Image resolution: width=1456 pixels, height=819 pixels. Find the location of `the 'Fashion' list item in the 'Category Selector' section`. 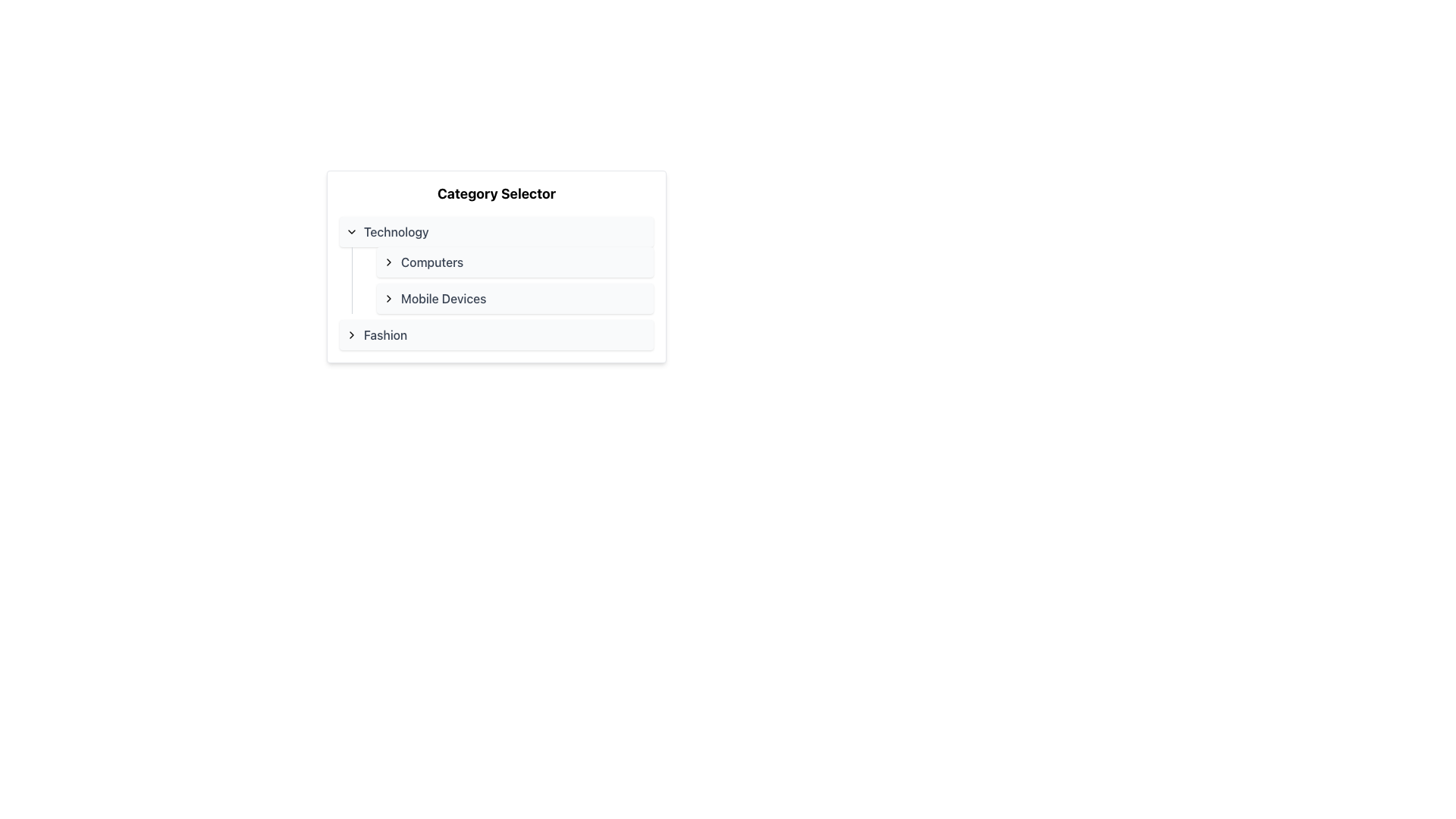

the 'Fashion' list item in the 'Category Selector' section is located at coordinates (496, 334).